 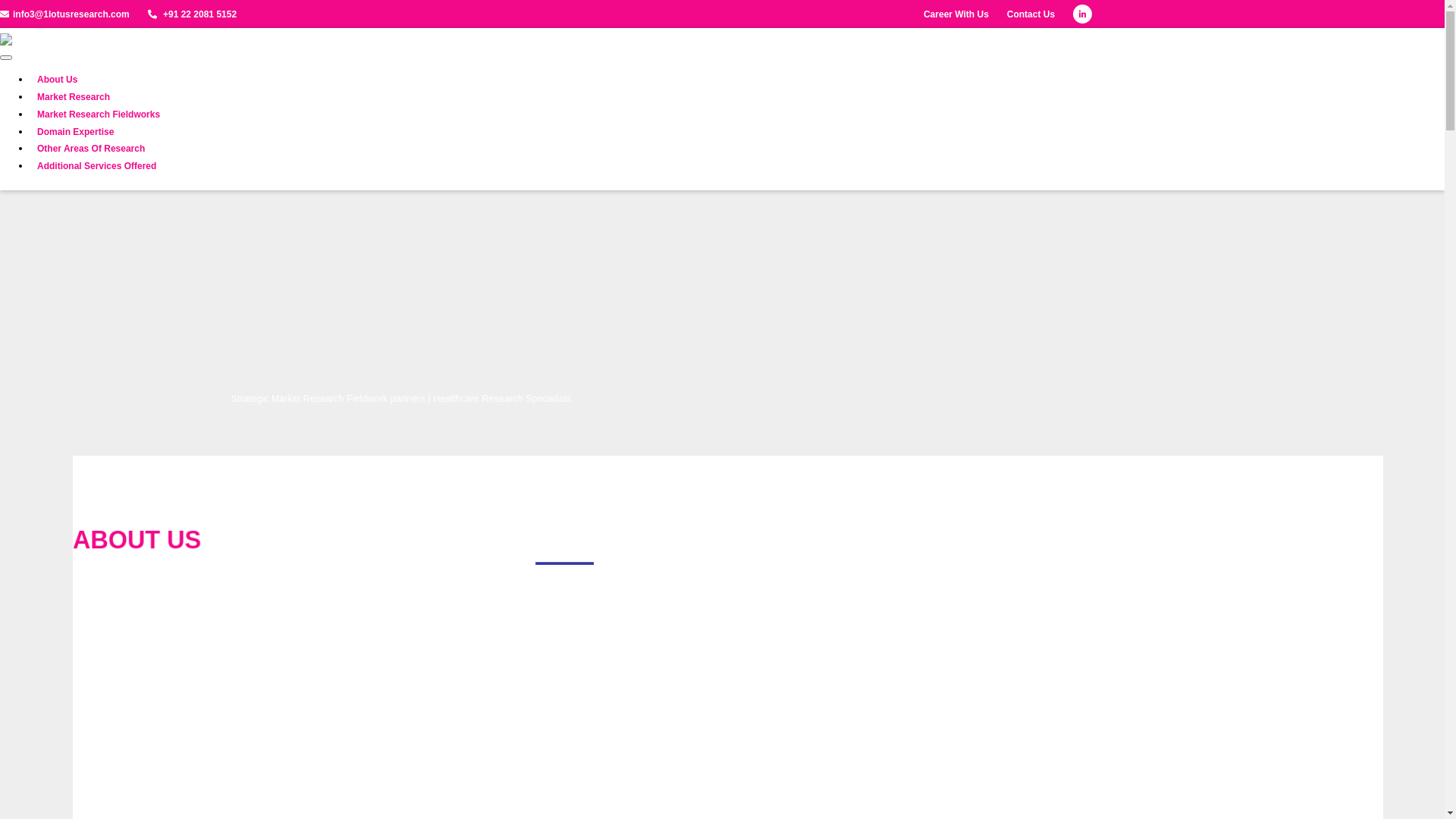 What do you see at coordinates (90, 149) in the screenshot?
I see `'Other Areas Of Research'` at bounding box center [90, 149].